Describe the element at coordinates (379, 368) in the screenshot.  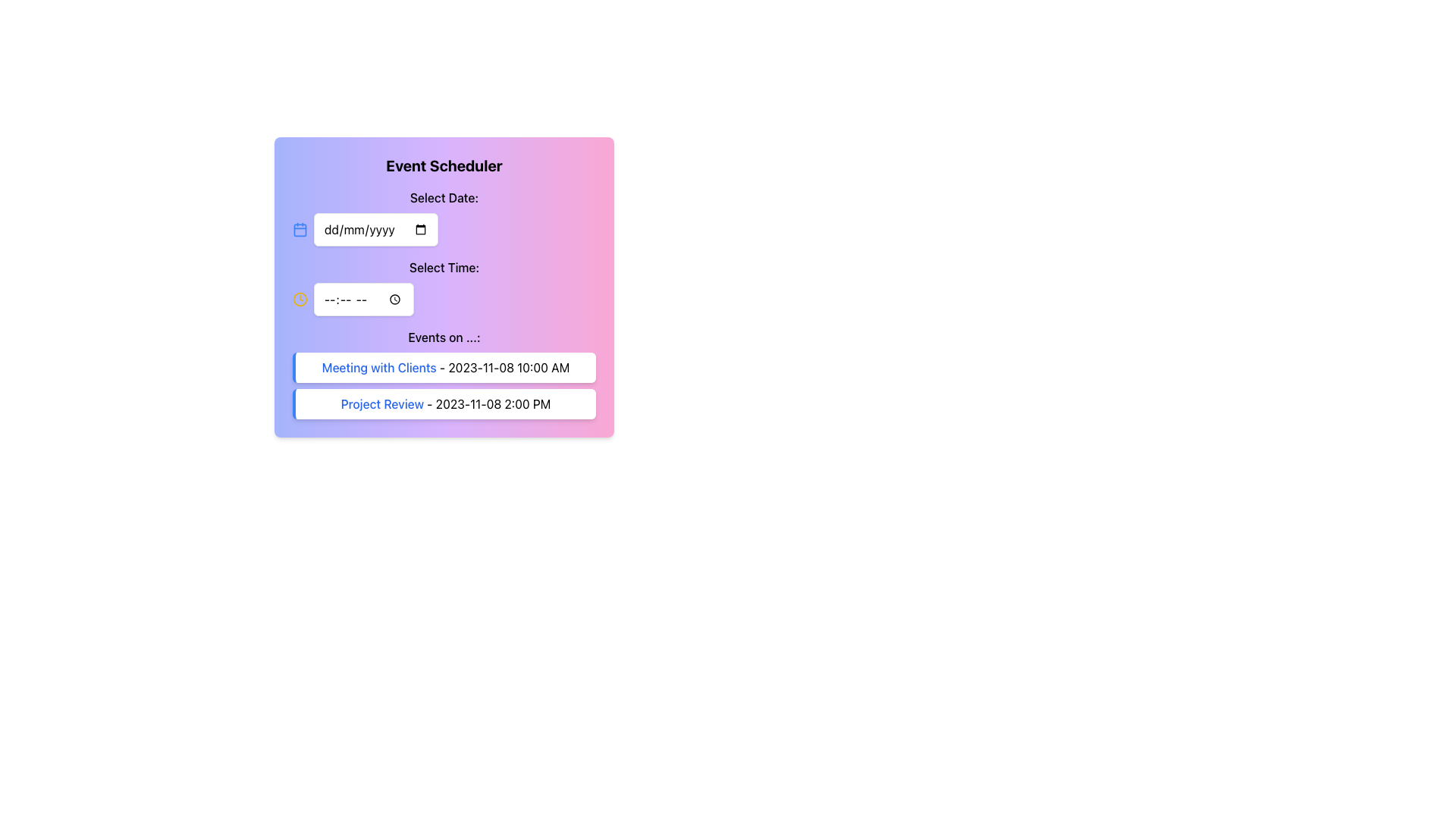
I see `the blue text label 'Meeting with Clients' for navigation, which is styled with medium font weight and contained within a white rounded box, positioned above the timestamp` at that location.